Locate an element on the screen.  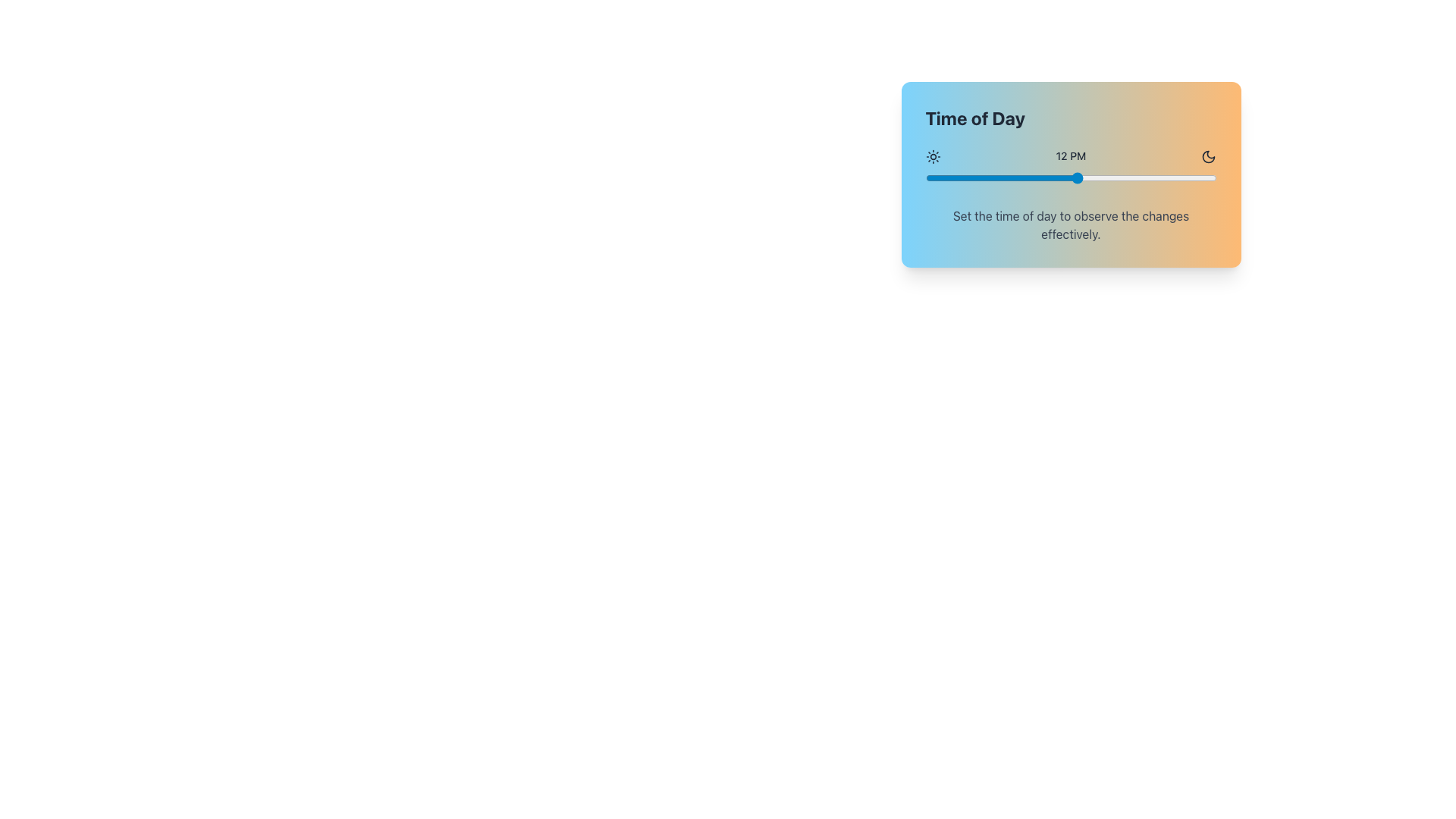
the text label displaying '12 PM' that is centrally placed under the heading 'Time of Day', flanked by sun and moon icons is located at coordinates (1070, 156).